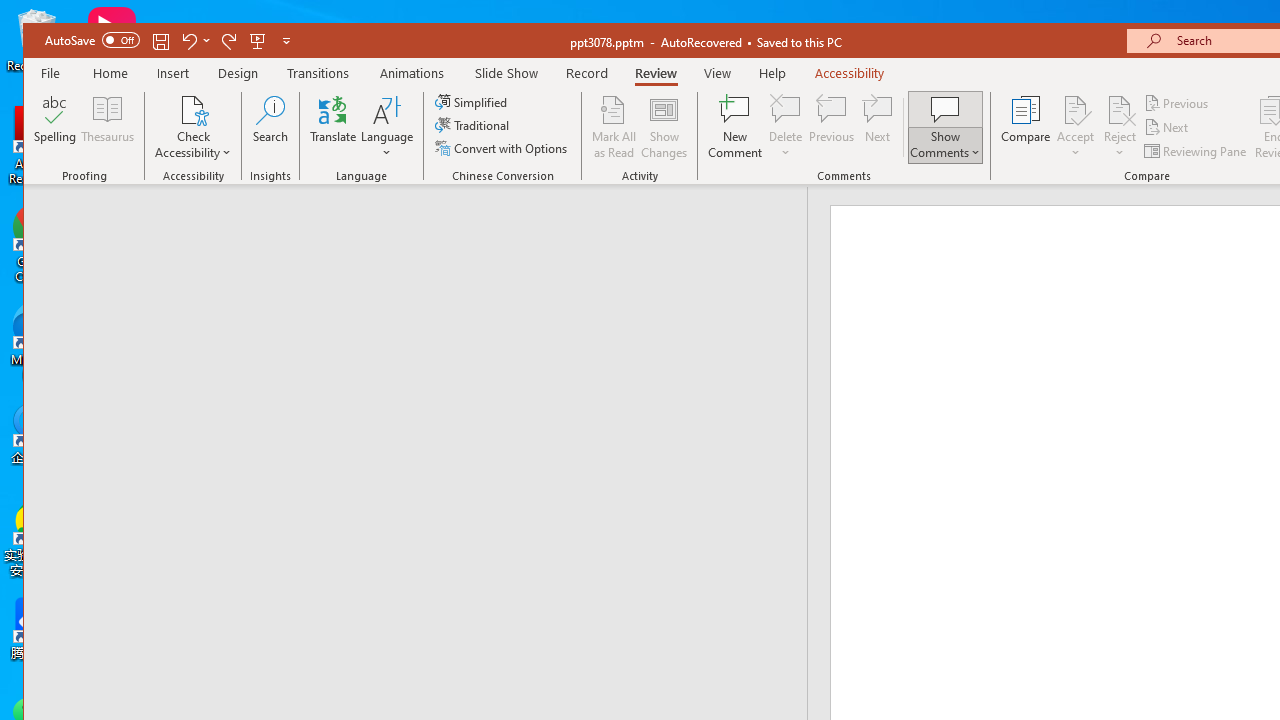  Describe the element at coordinates (333, 127) in the screenshot. I see `'Translate'` at that location.